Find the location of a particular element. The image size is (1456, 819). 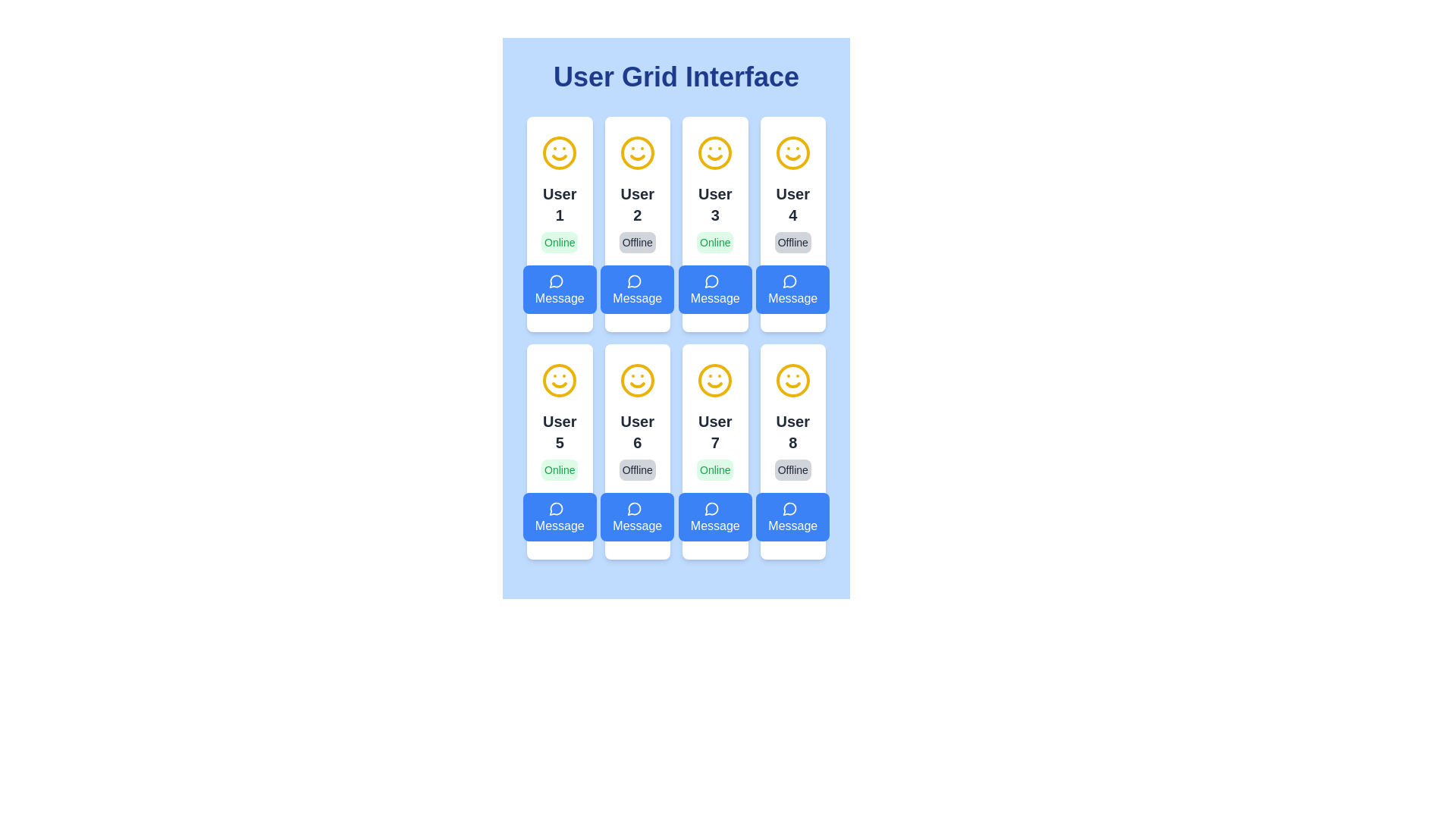

the Decorative icon representing a happy status for 'User 6', located at the top-center of the card labeled 'User 6' is located at coordinates (637, 379).